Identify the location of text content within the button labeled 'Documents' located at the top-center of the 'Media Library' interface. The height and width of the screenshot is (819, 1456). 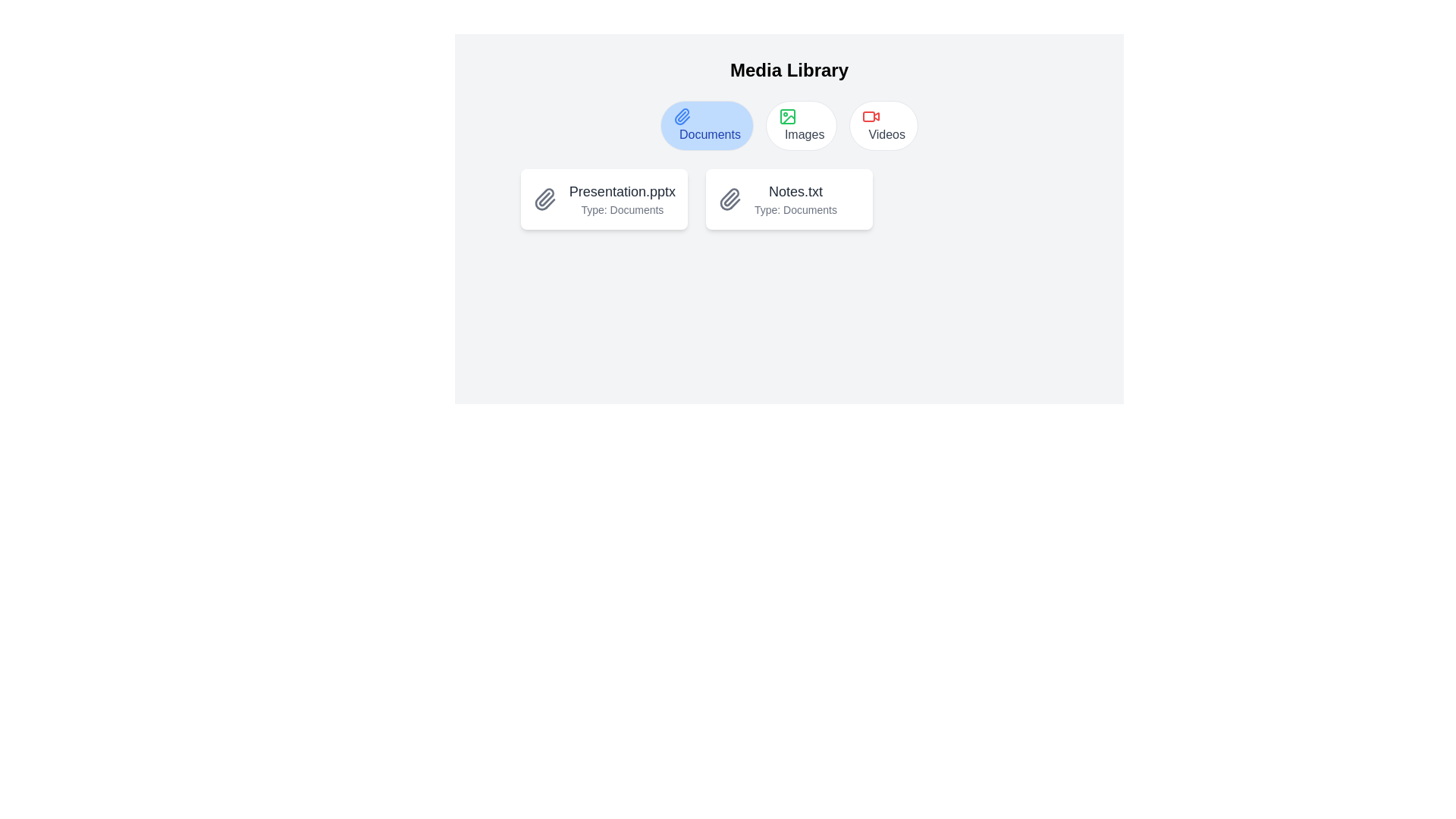
(709, 133).